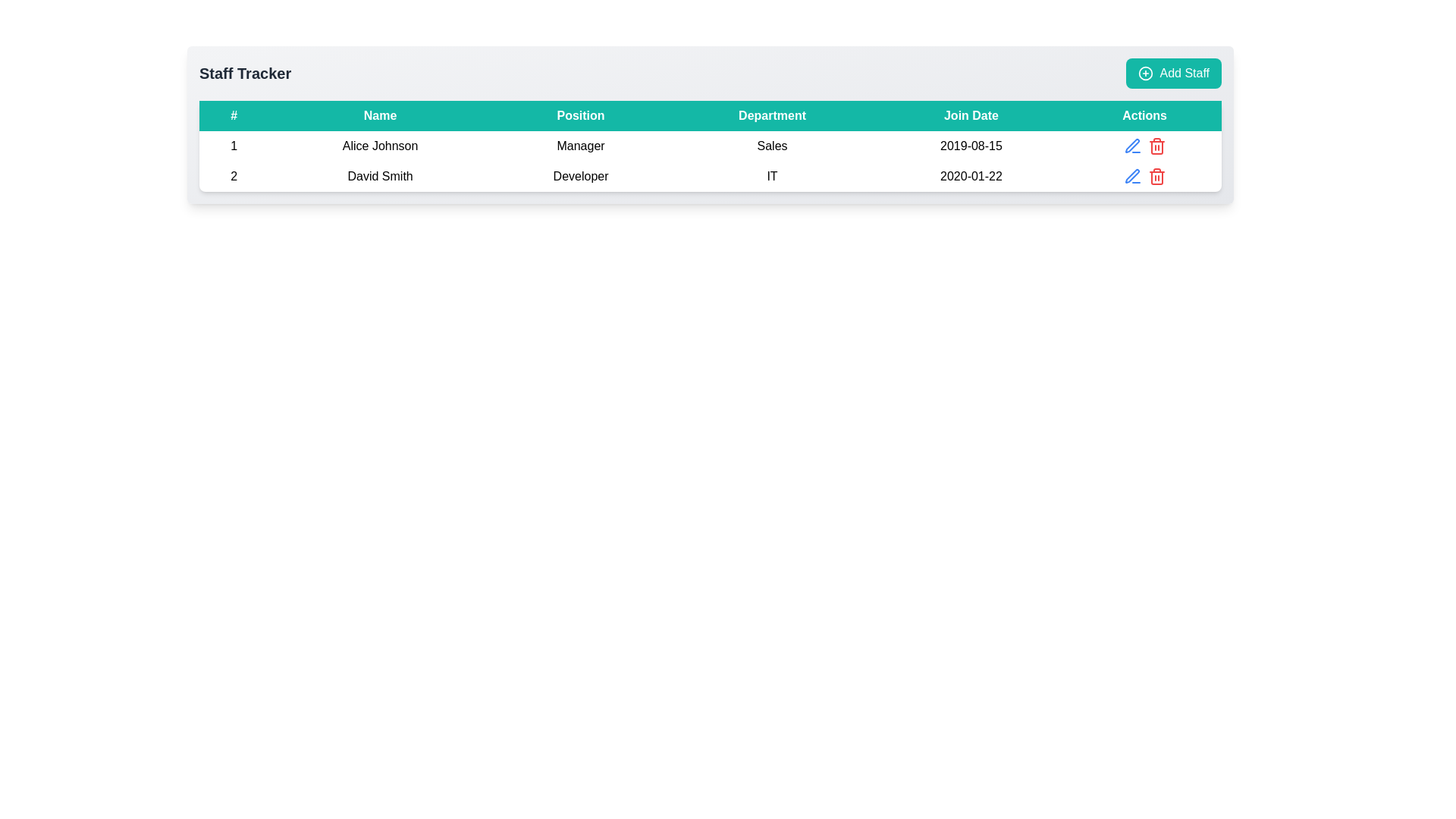 The width and height of the screenshot is (1456, 819). Describe the element at coordinates (380, 115) in the screenshot. I see `the 'Name' column header cell` at that location.